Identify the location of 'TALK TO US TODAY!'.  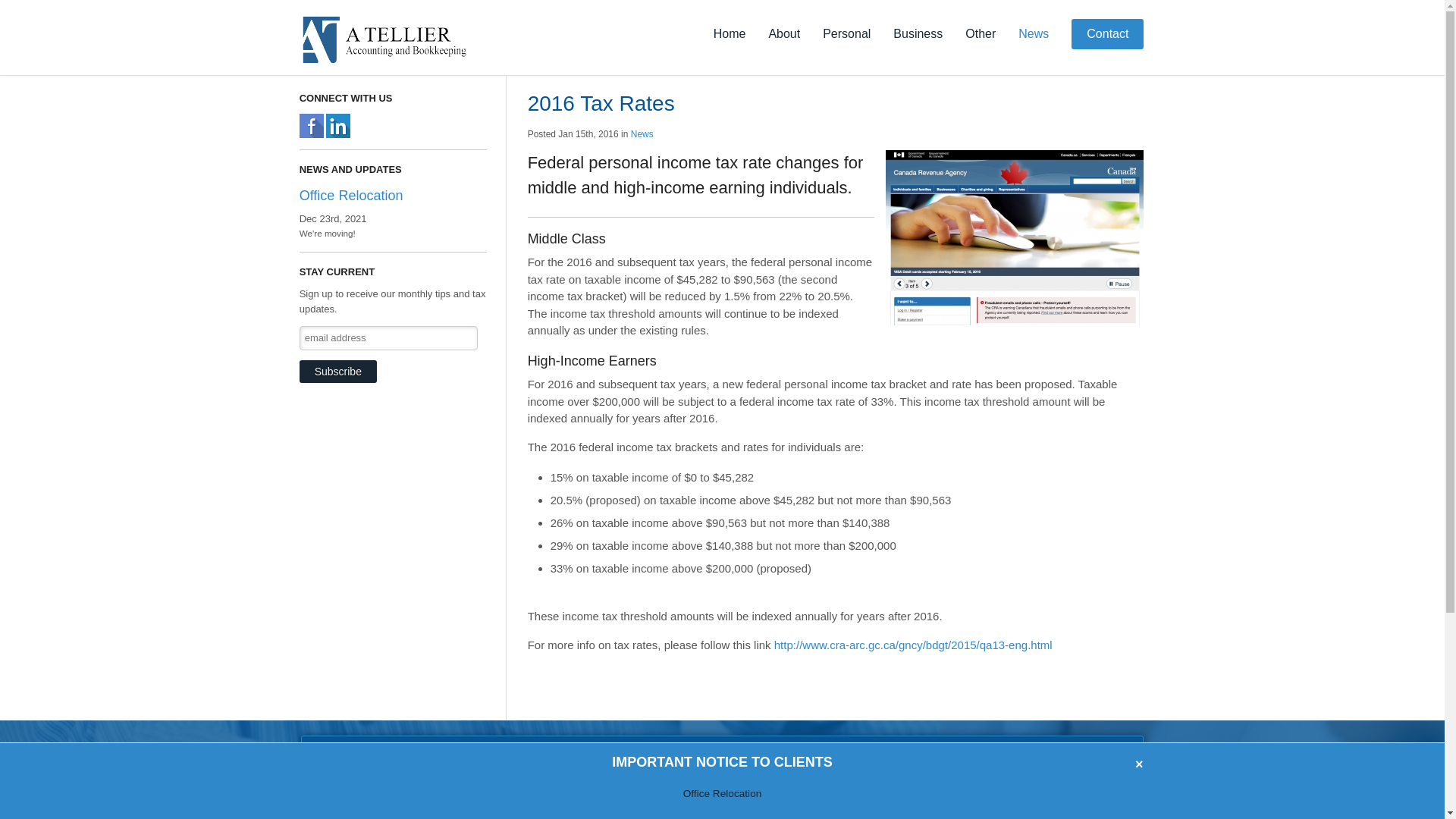
(1031, 775).